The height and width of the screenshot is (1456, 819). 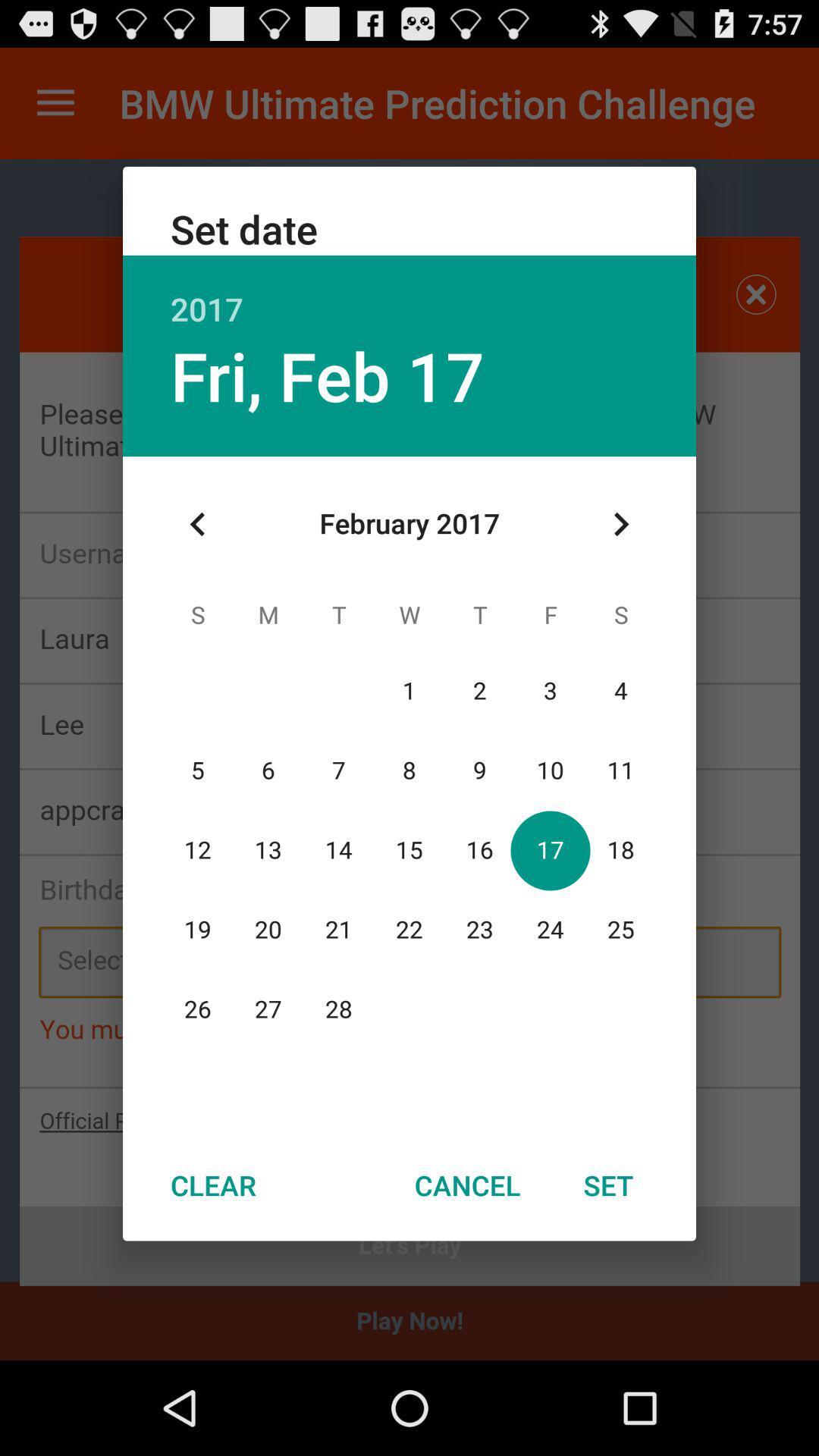 I want to click on the clear at the bottom left corner, so click(x=213, y=1185).